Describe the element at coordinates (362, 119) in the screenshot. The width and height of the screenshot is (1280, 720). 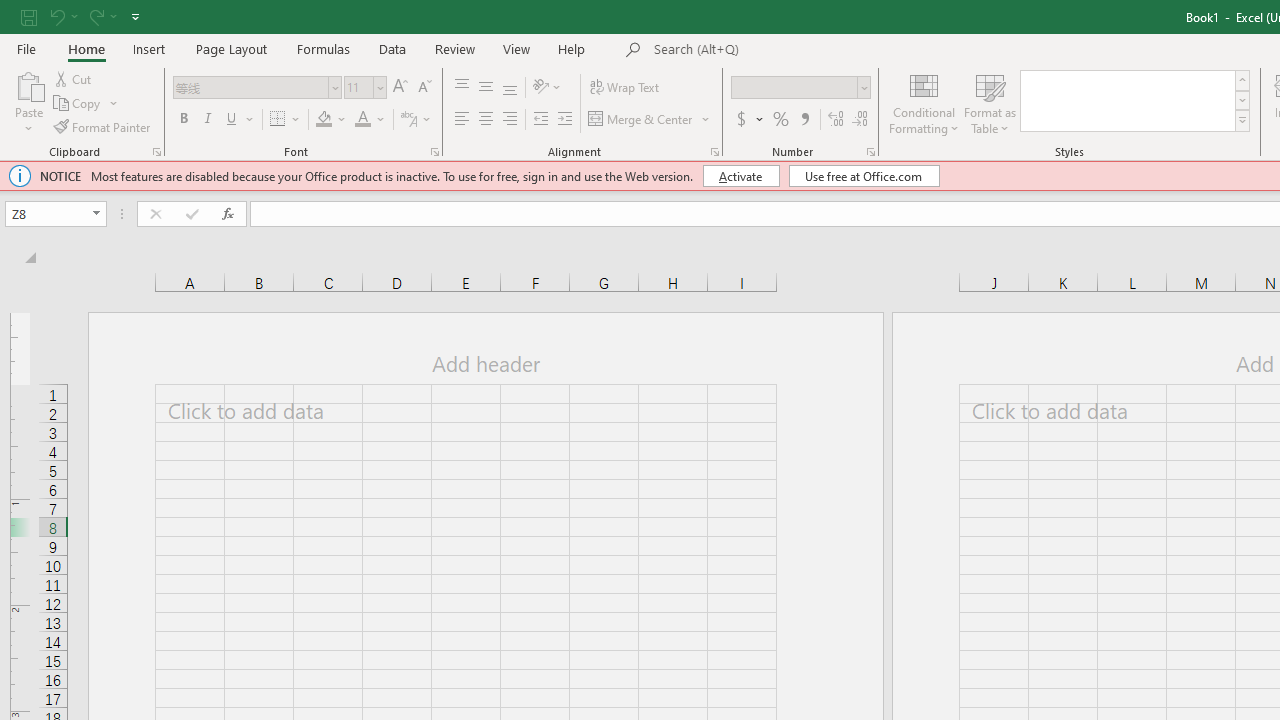
I see `'Font Color'` at that location.